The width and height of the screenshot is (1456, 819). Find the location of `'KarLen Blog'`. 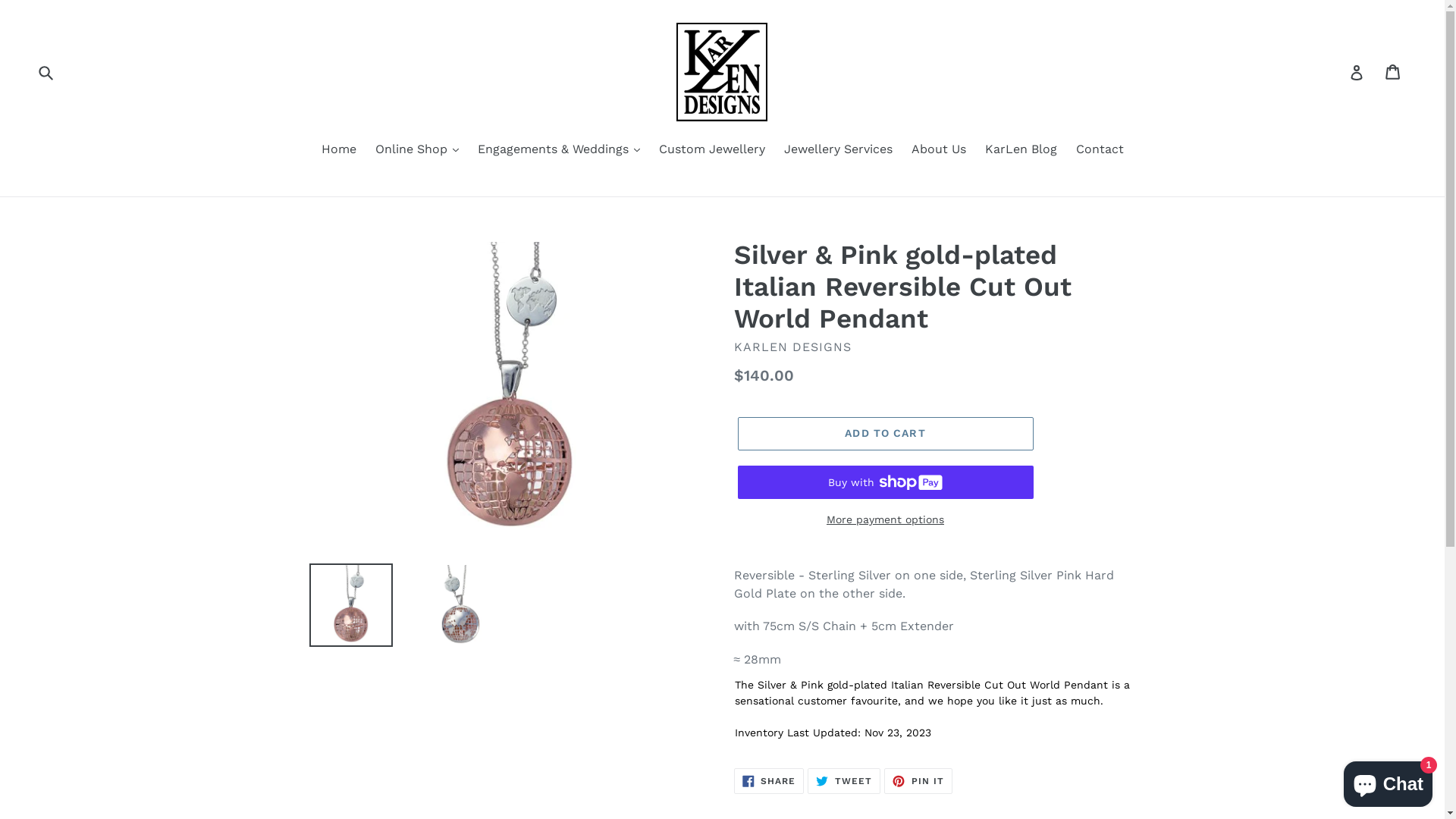

'KarLen Blog' is located at coordinates (1020, 150).